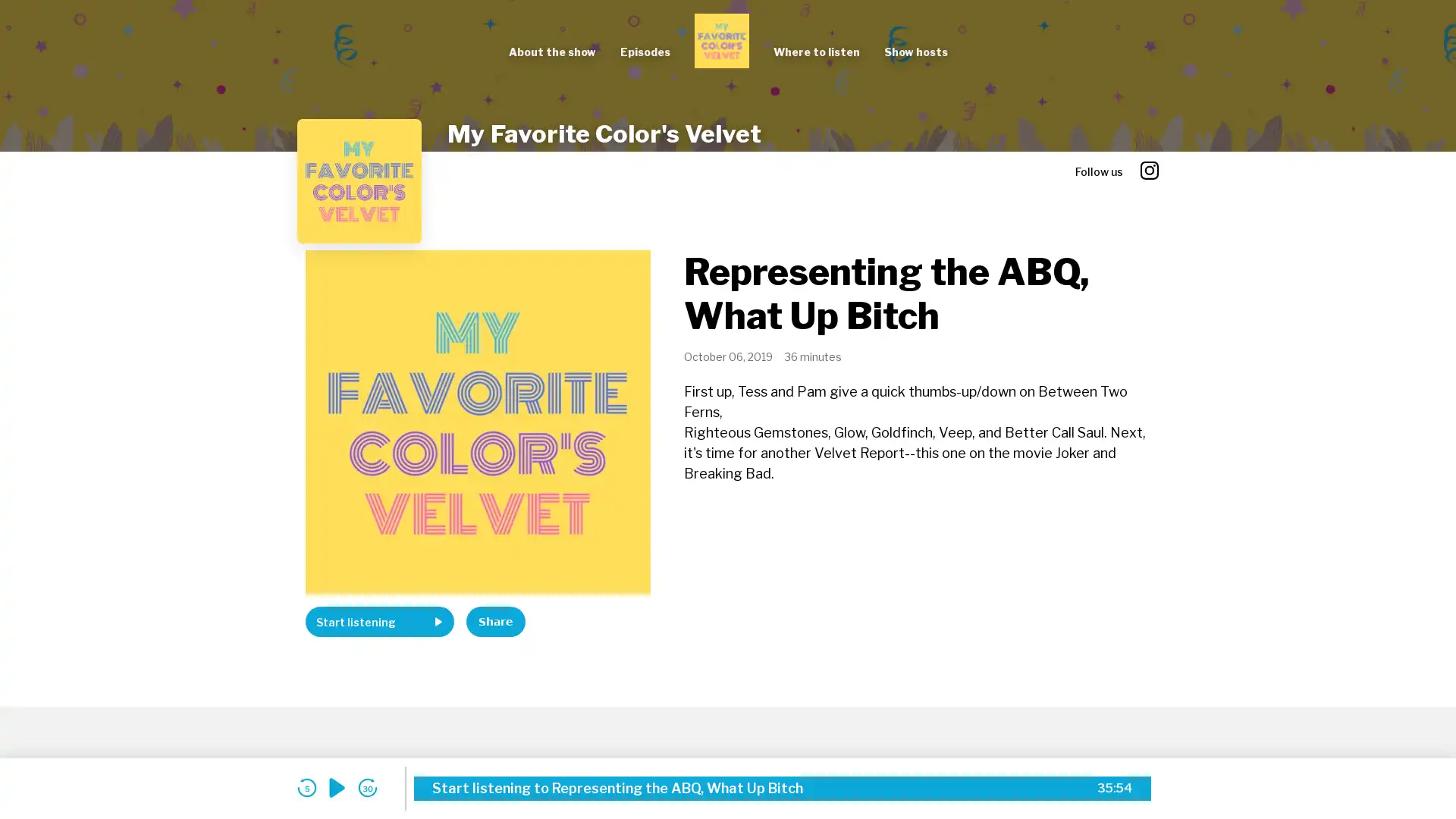  I want to click on Start listening, so click(379, 622).